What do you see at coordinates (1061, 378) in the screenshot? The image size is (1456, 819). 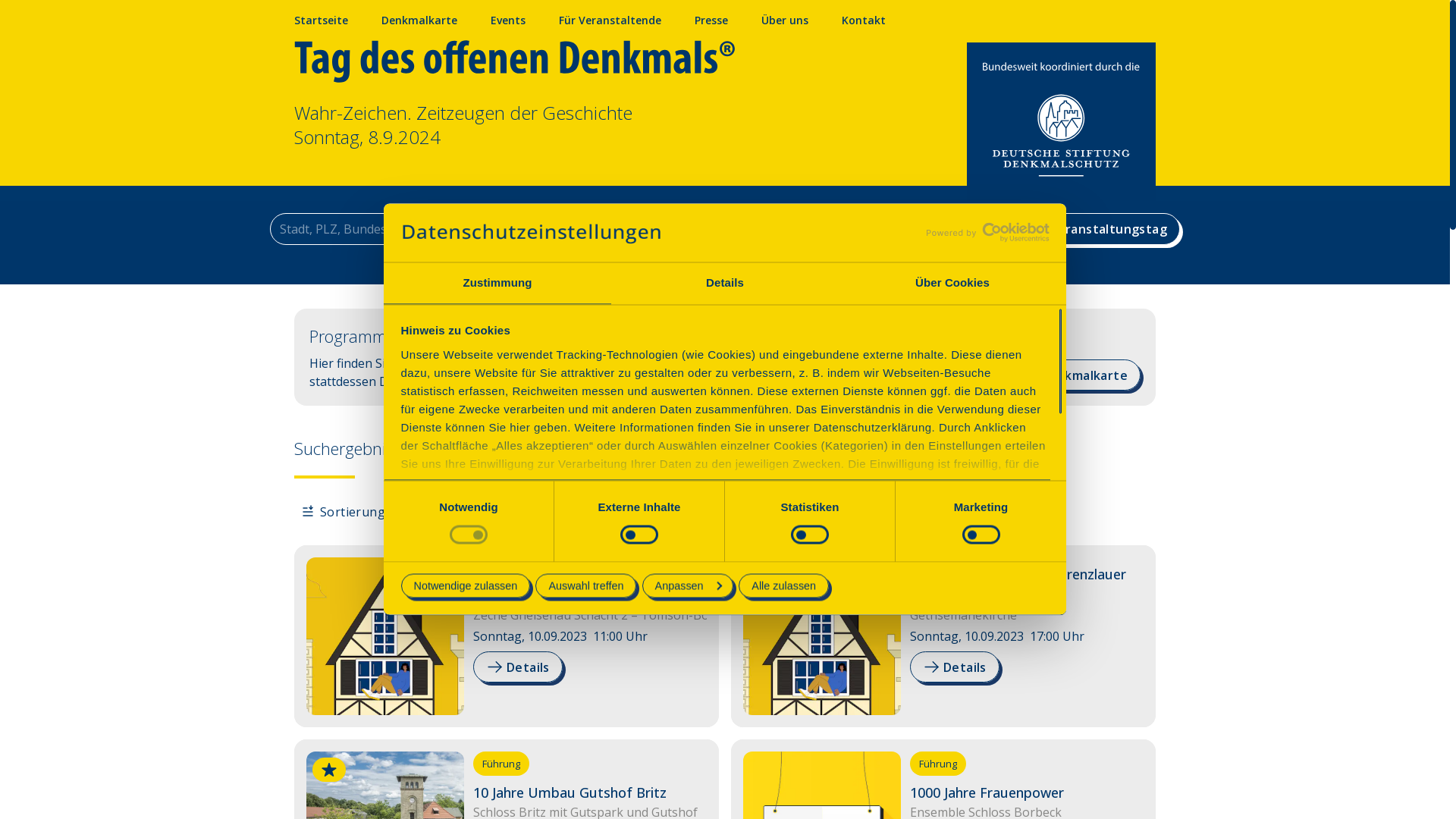 I see `'Zur Denkmalkarte'` at bounding box center [1061, 378].